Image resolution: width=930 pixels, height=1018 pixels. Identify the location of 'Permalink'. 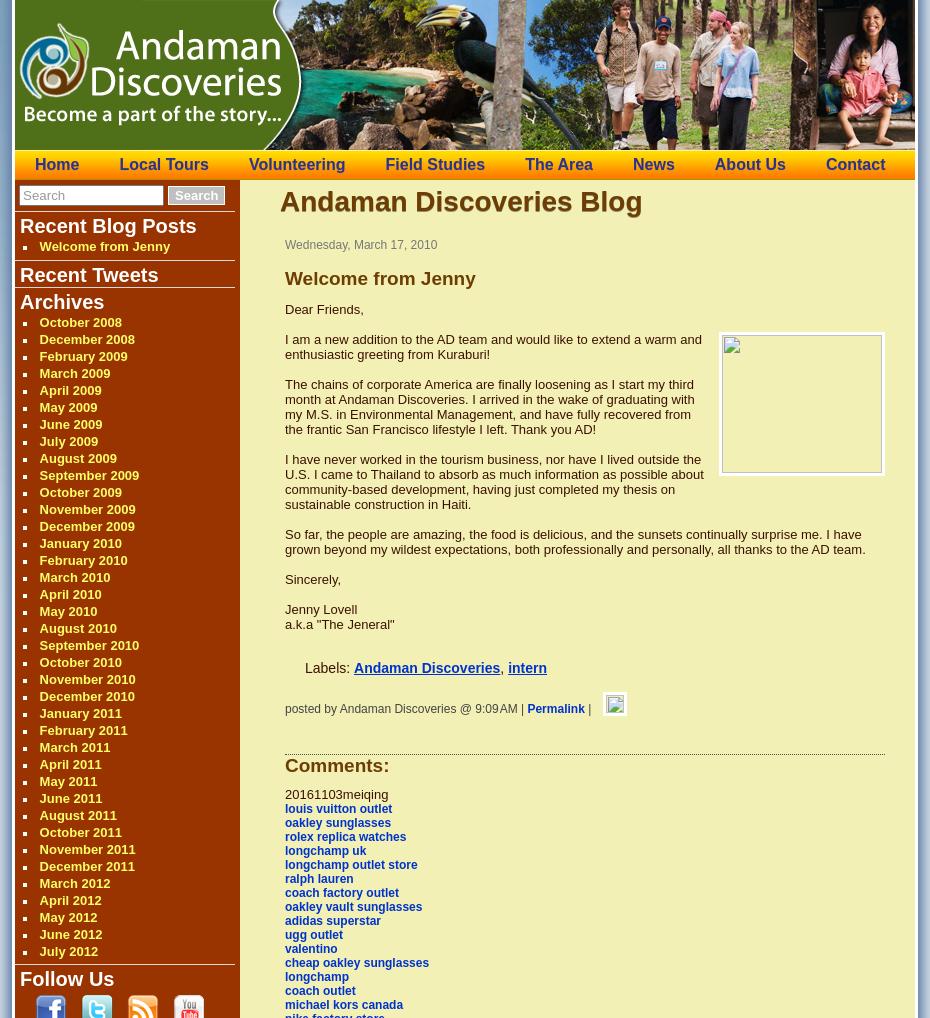
(555, 708).